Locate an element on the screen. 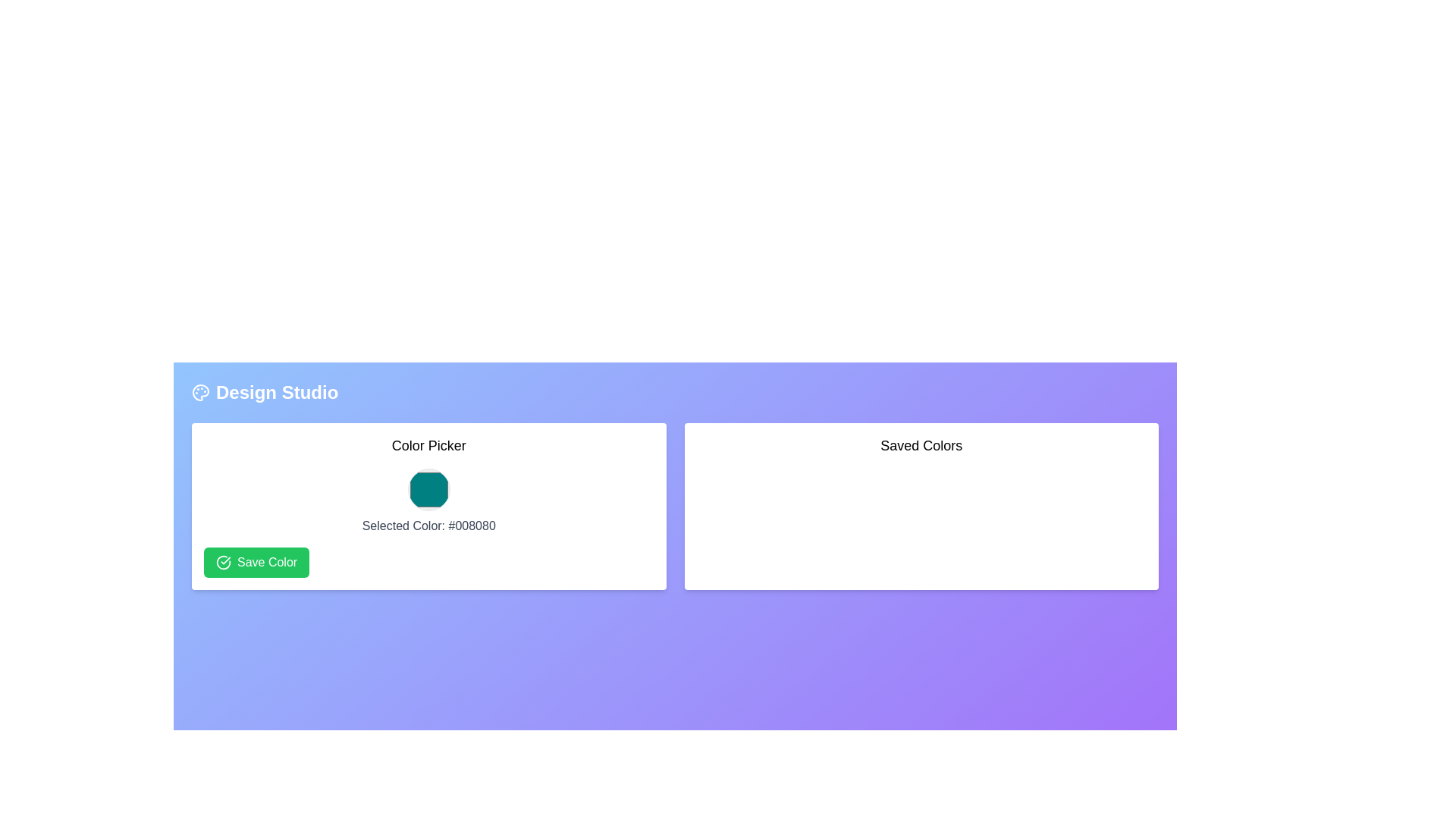 The height and width of the screenshot is (819, 1456). the teal circular button with a white border located in the 'Color Picker' section is located at coordinates (428, 489).